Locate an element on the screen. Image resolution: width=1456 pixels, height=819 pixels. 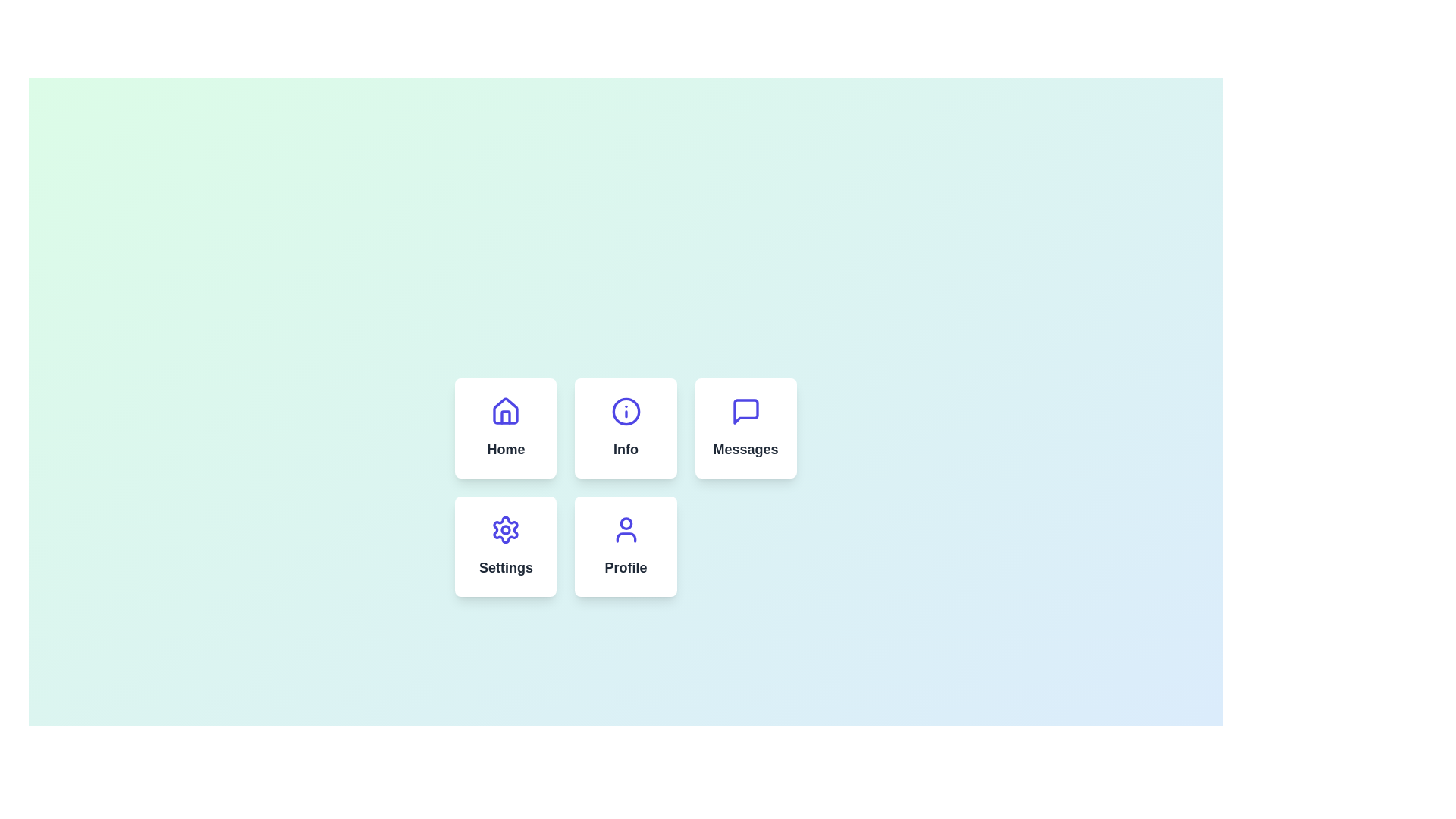
the informational icon in the 'Info' card is located at coordinates (626, 412).